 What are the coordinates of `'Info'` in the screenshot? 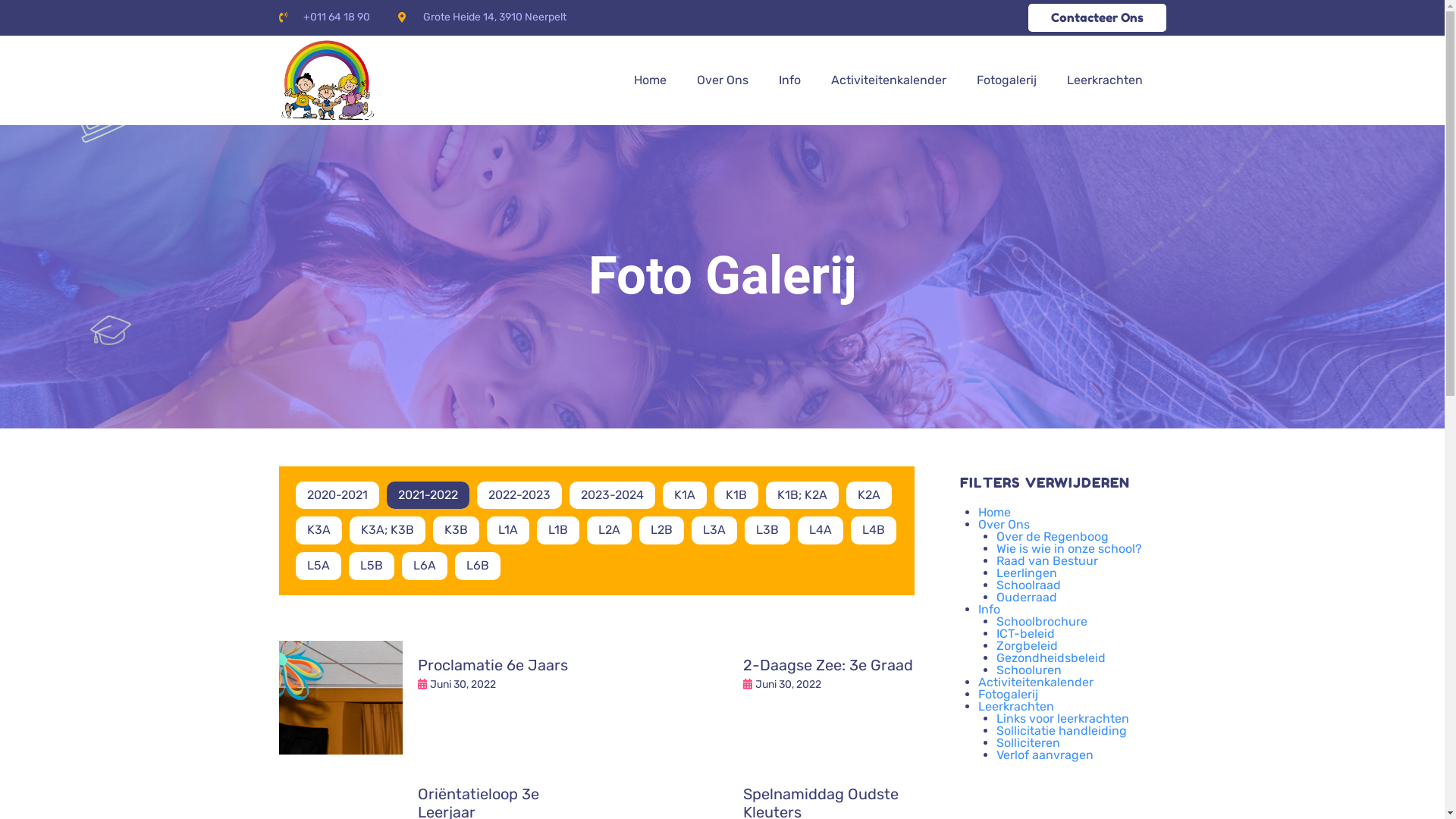 It's located at (789, 80).